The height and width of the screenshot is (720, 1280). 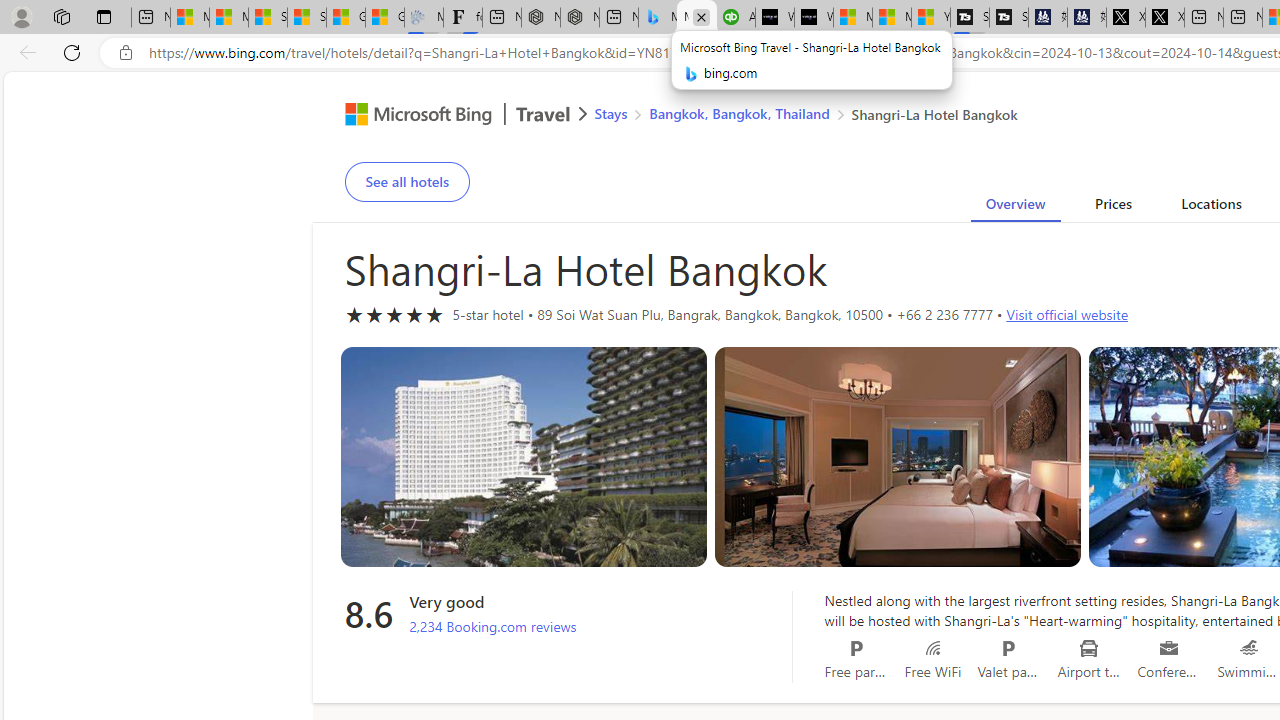 I want to click on 'Microsoft Bing Travel - Shangri-La Hotel Bangkok', so click(x=696, y=17).